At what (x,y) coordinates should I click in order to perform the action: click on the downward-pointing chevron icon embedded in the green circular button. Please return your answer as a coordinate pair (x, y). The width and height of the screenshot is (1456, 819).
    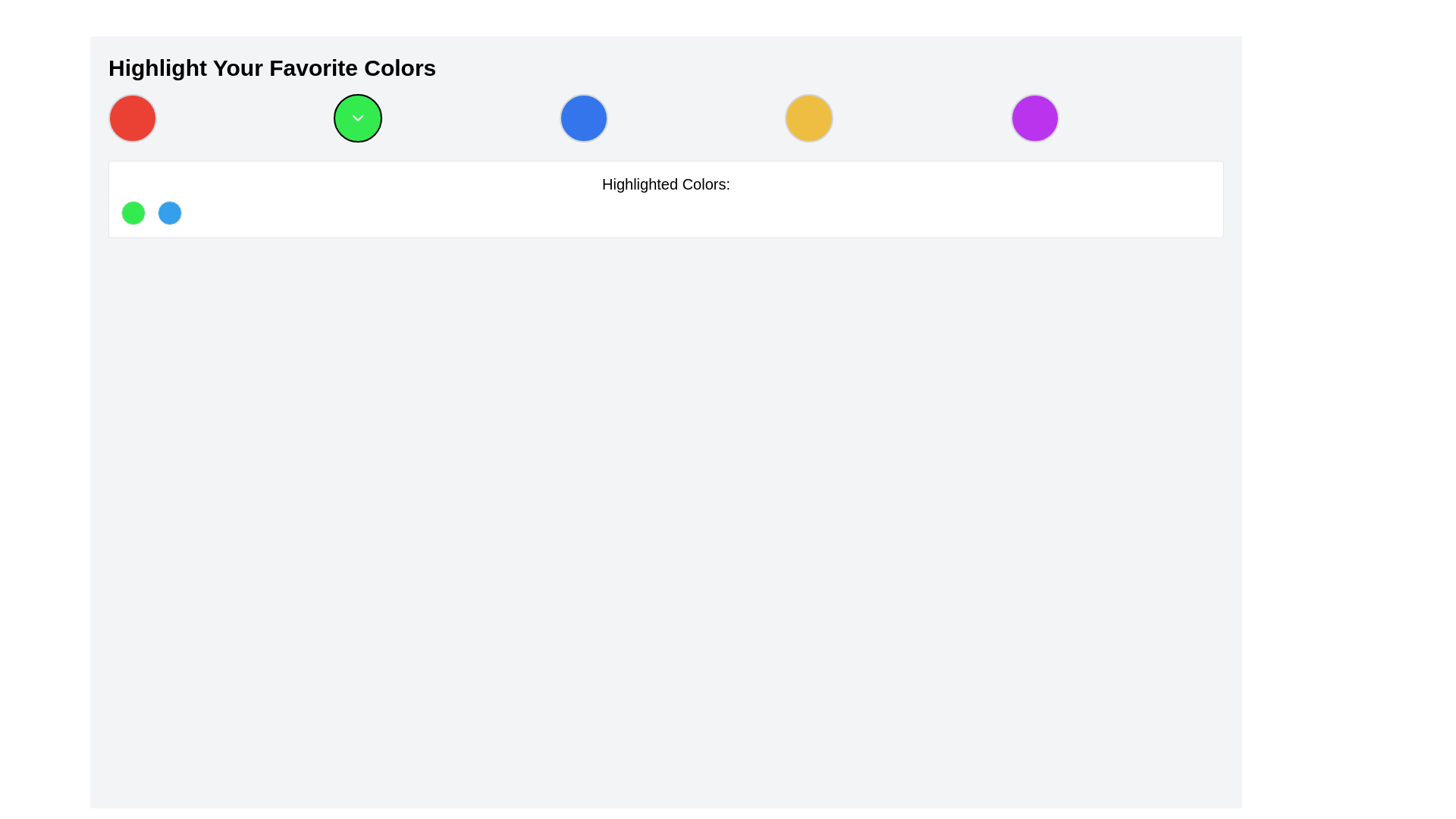
    Looking at the image, I should click on (357, 117).